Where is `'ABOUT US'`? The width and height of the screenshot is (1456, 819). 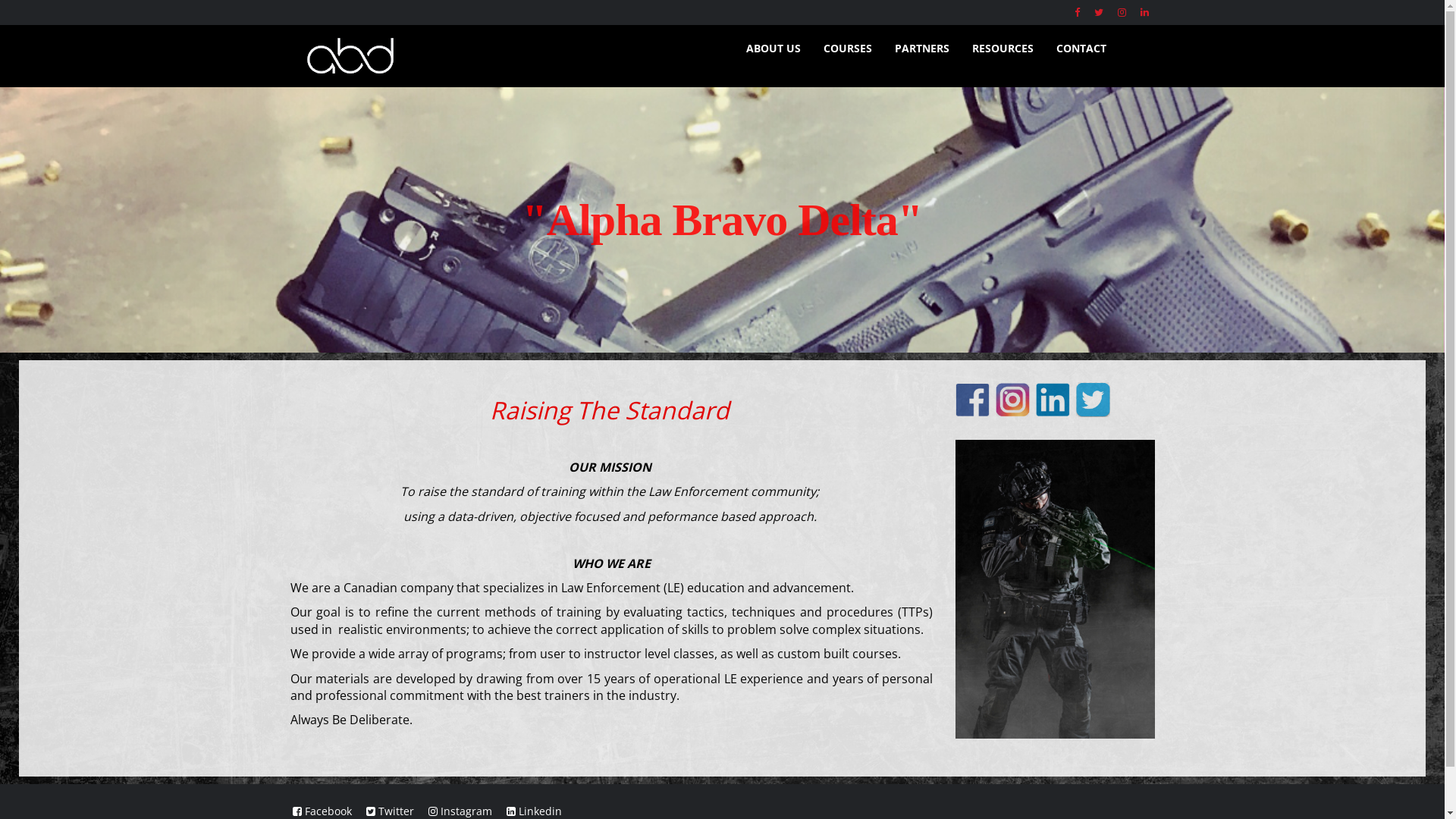
'ABOUT US' is located at coordinates (772, 48).